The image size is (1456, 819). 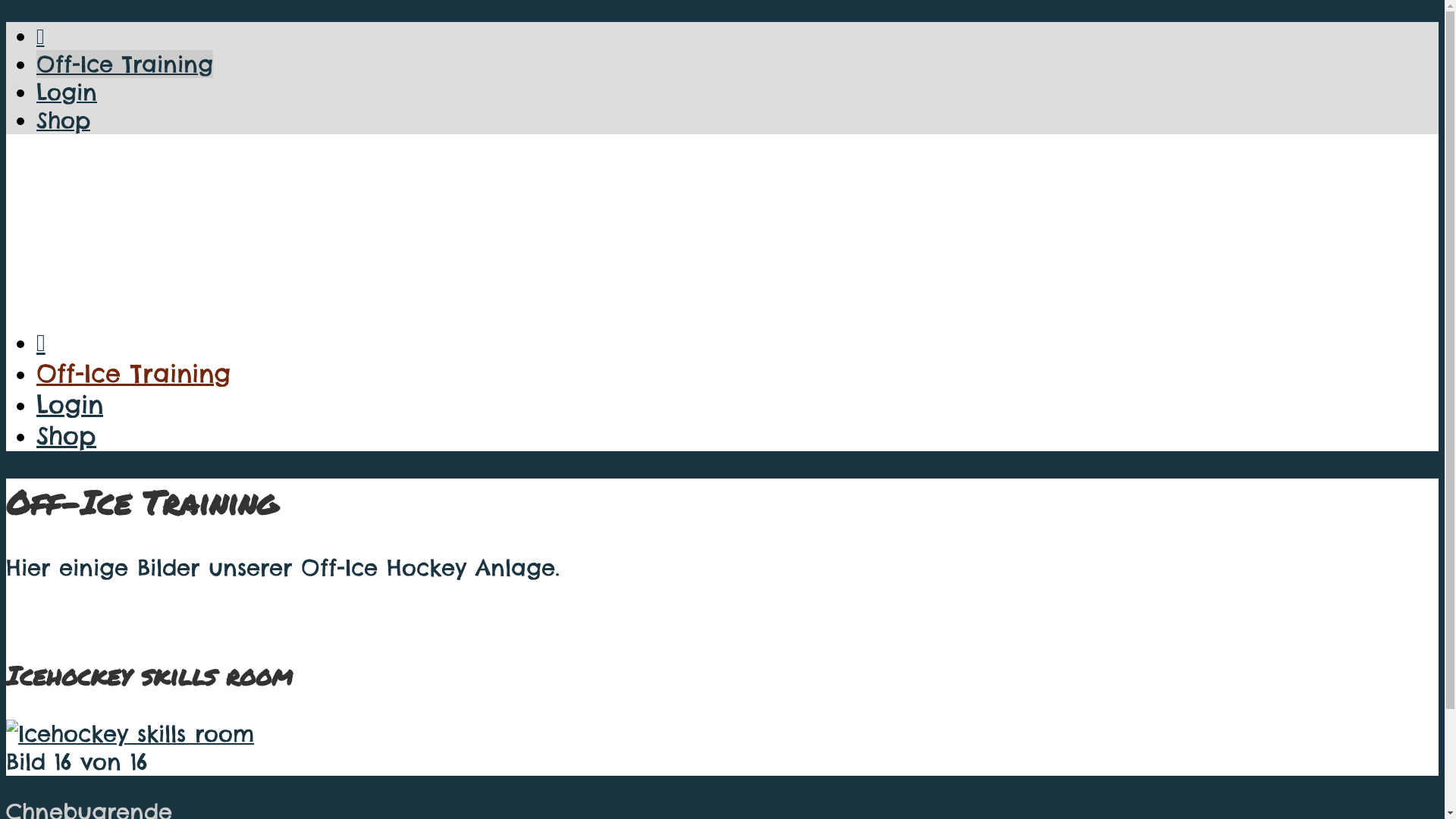 I want to click on 'Off-Ice Training', so click(x=133, y=373).